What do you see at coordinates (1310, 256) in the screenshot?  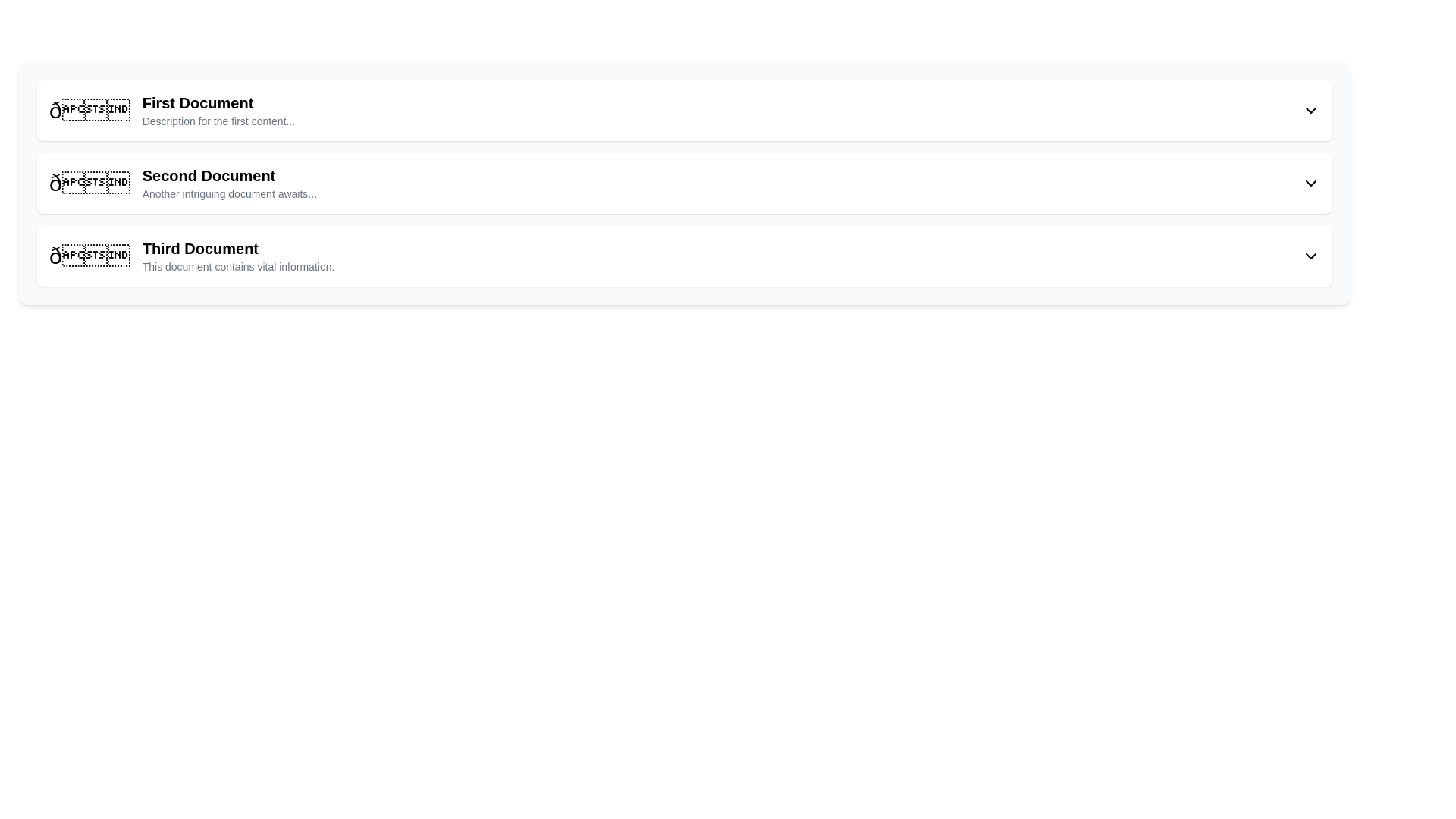 I see `the downward-pointing chevron icon at the far right of the 'Third Document' entry` at bounding box center [1310, 256].